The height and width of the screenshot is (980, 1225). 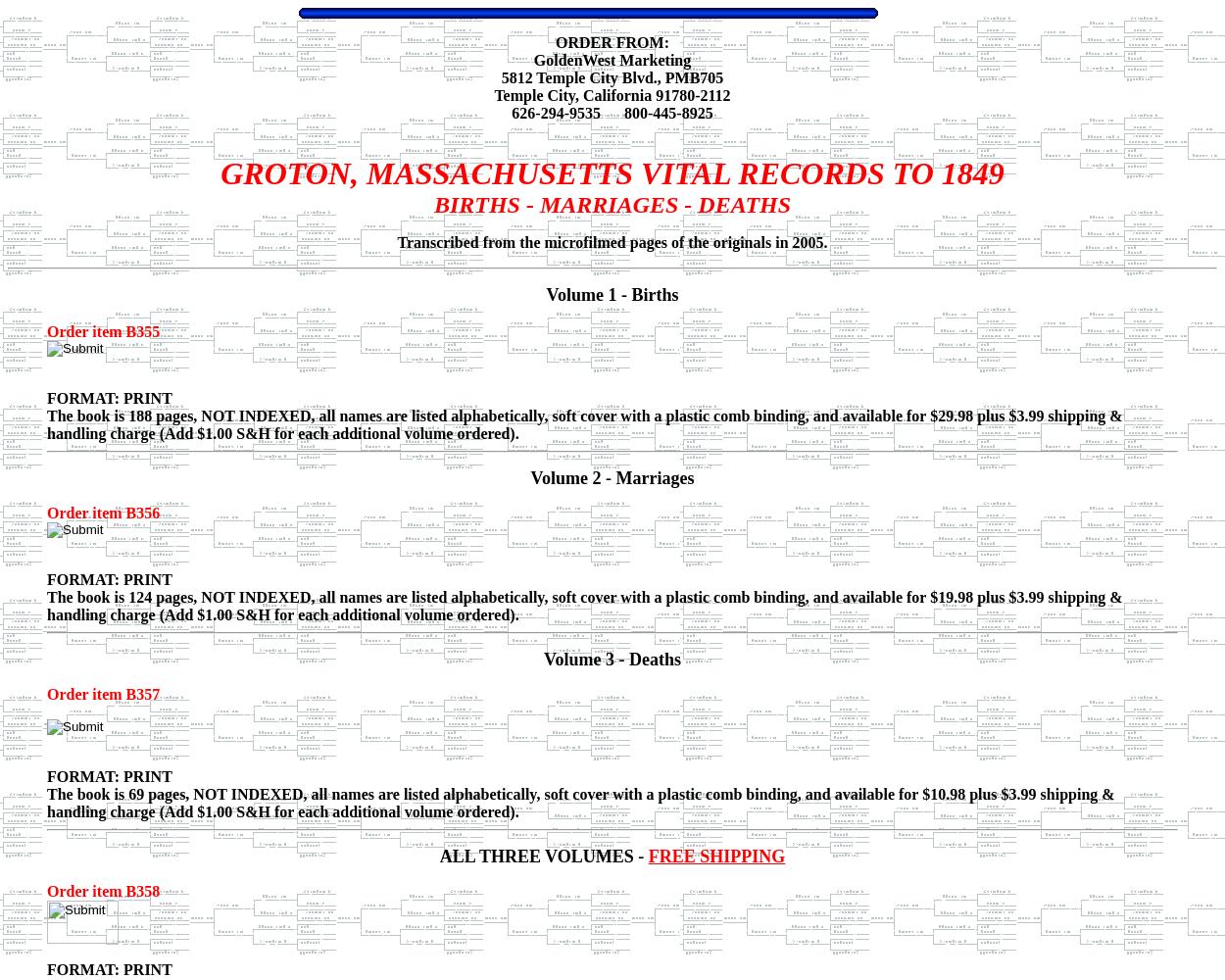 What do you see at coordinates (102, 513) in the screenshot?
I see `'Order item B356'` at bounding box center [102, 513].